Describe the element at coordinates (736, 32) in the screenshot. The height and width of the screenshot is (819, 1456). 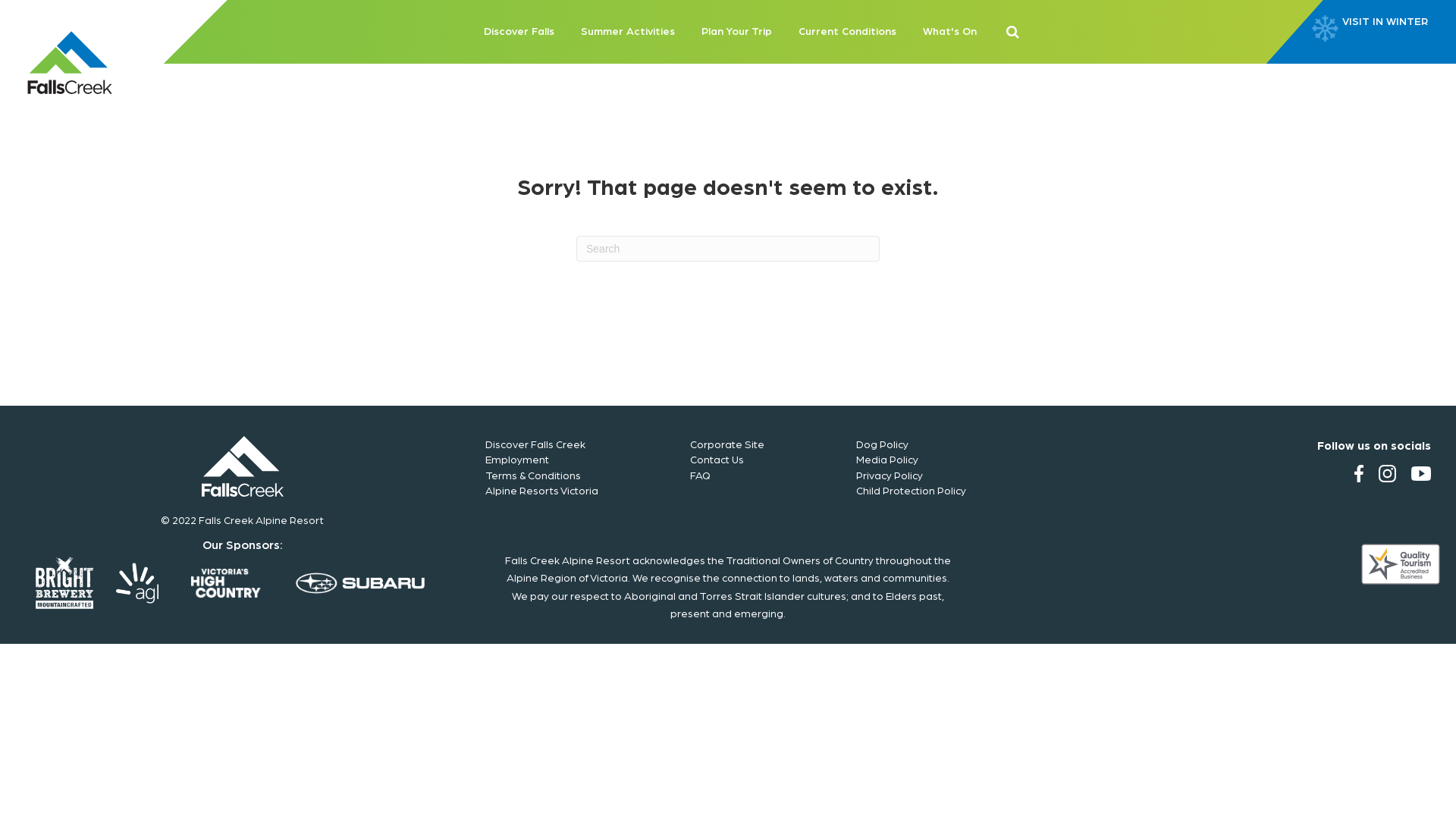
I see `'Plan Your Trip'` at that location.